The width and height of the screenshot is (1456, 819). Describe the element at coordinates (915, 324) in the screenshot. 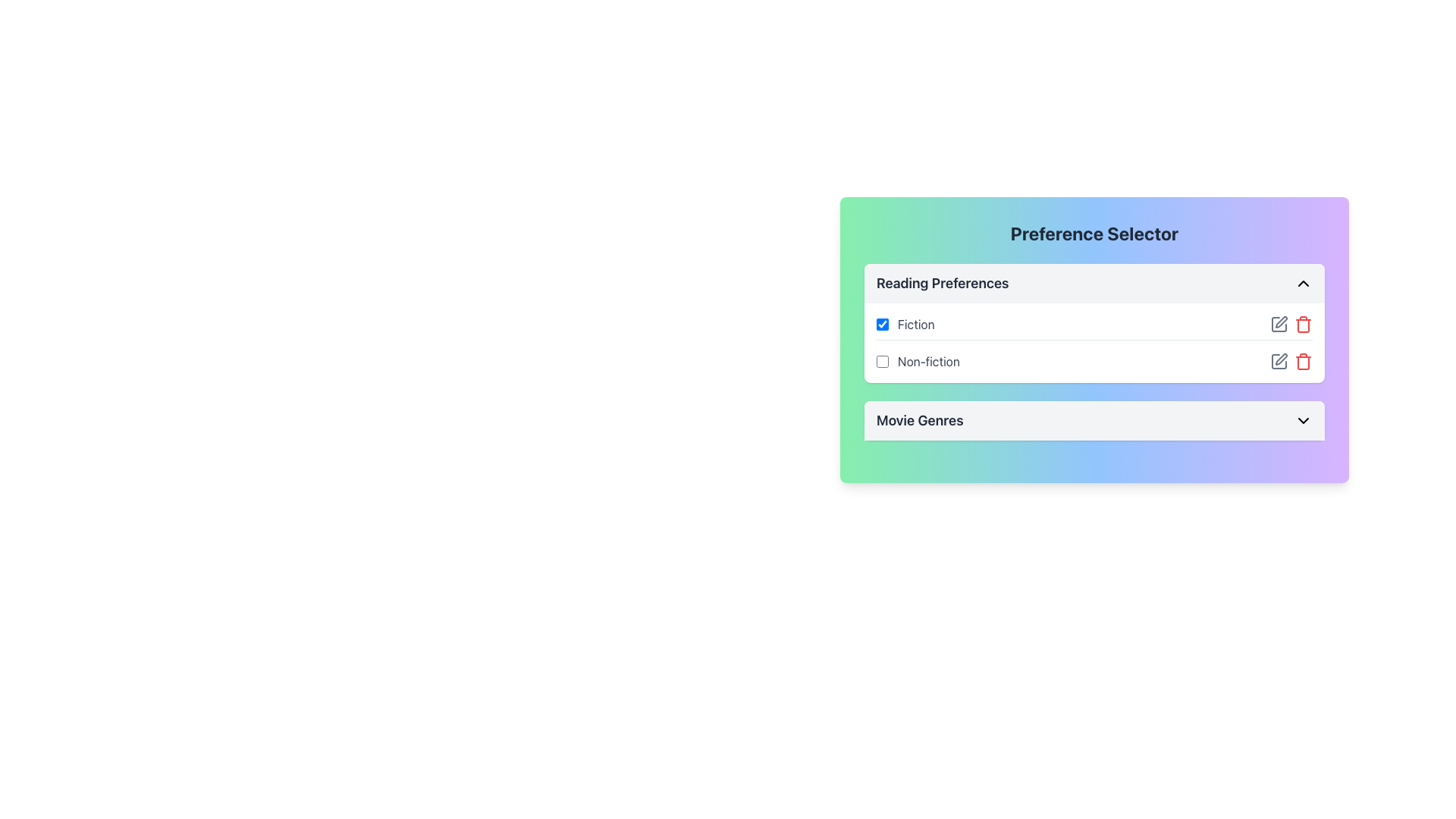

I see `the 'Fiction' text label which describes the selectable option in the 'Reading Preferences' category, located to the right of the blue checkbox` at that location.